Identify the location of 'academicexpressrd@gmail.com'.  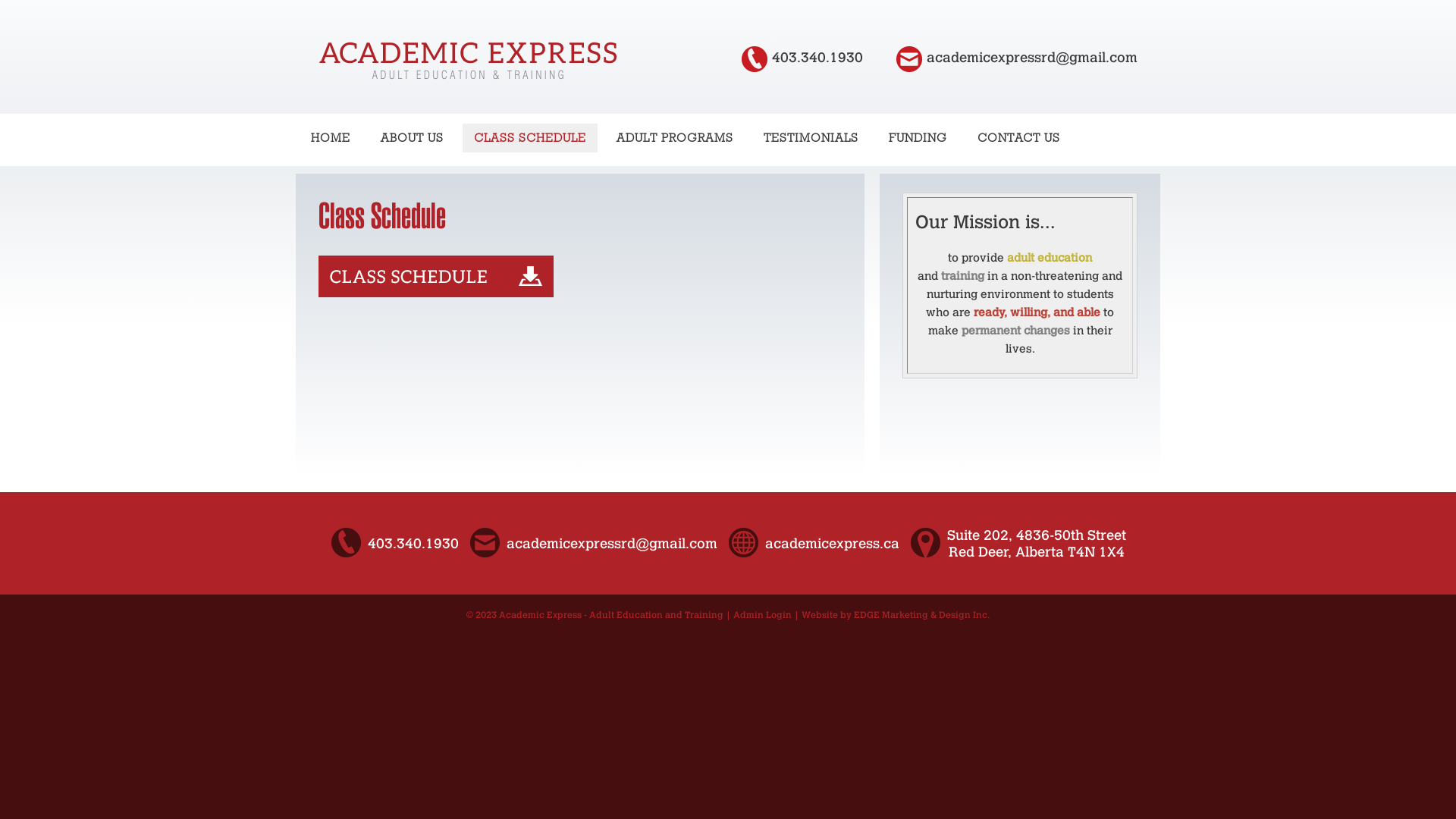
(1031, 57).